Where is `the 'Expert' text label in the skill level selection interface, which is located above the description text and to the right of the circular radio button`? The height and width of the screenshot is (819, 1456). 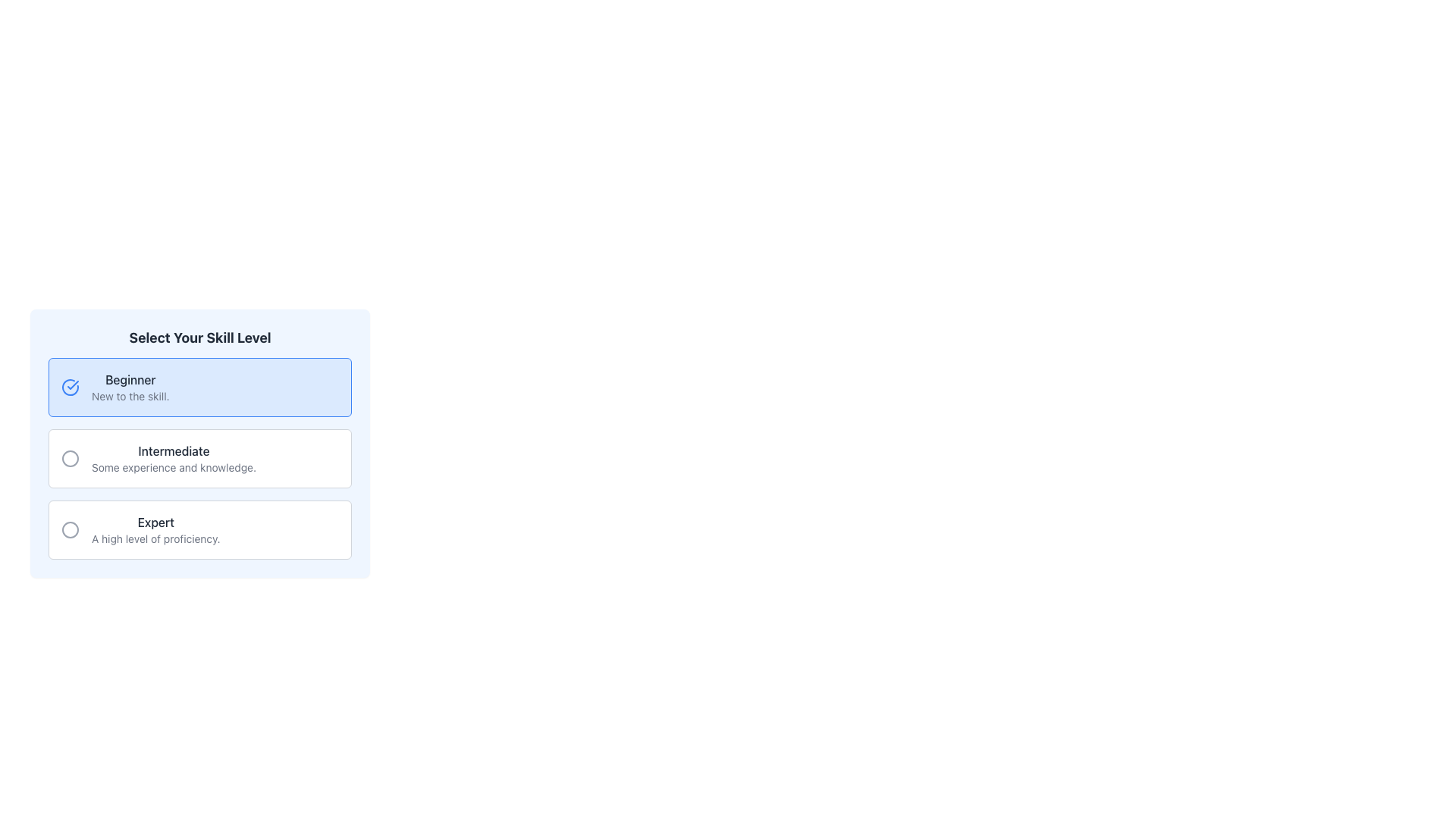 the 'Expert' text label in the skill level selection interface, which is located above the description text and to the right of the circular radio button is located at coordinates (155, 522).